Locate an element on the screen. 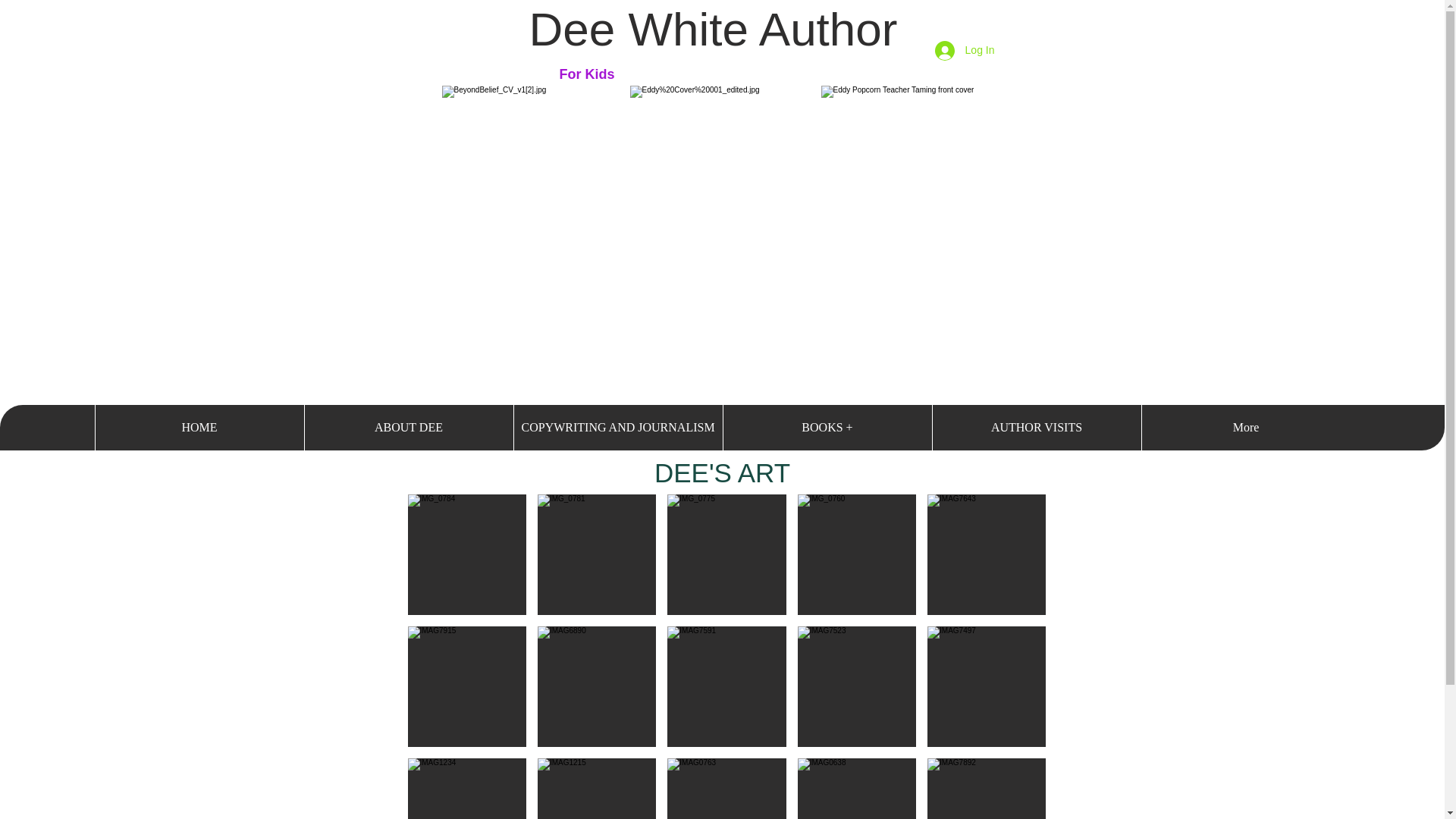 This screenshot has width=1456, height=819. 'BOOKS +' is located at coordinates (825, 427).